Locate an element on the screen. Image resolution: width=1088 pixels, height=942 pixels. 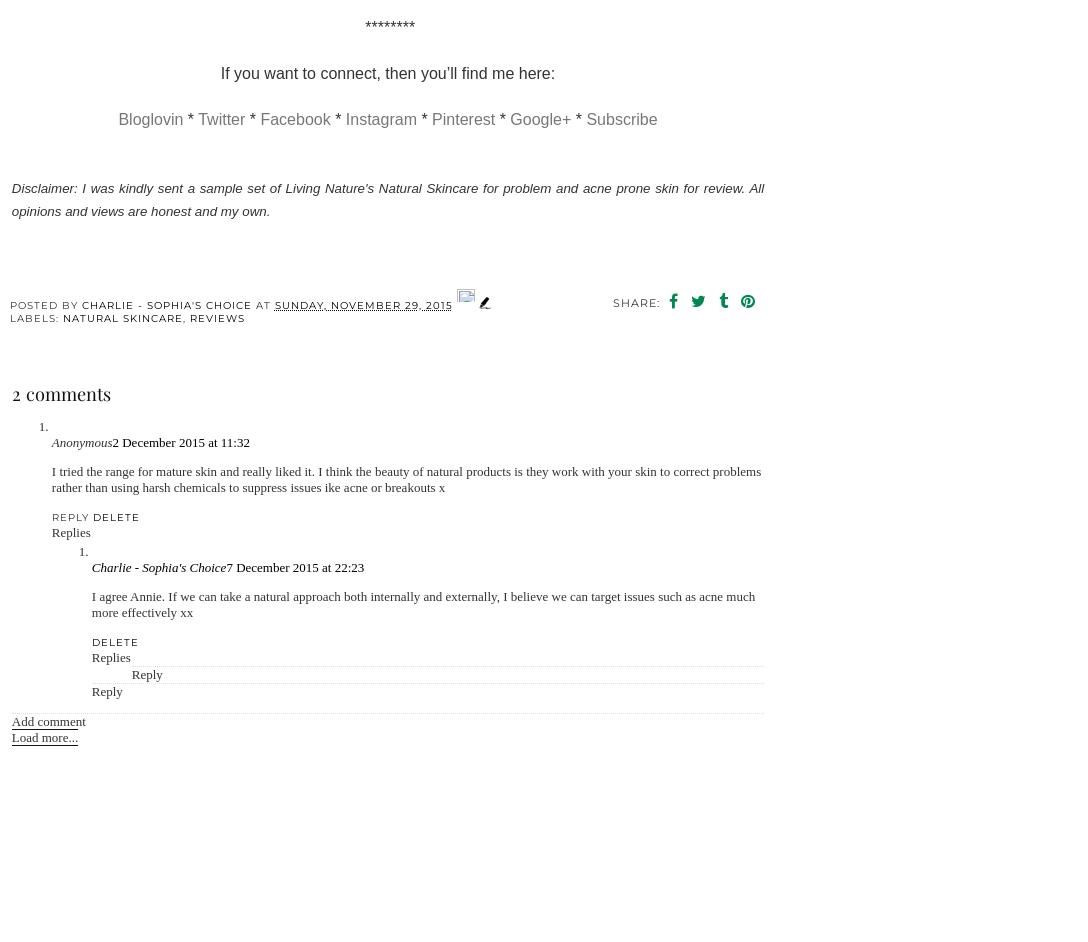
'Posted by' is located at coordinates (45, 304).